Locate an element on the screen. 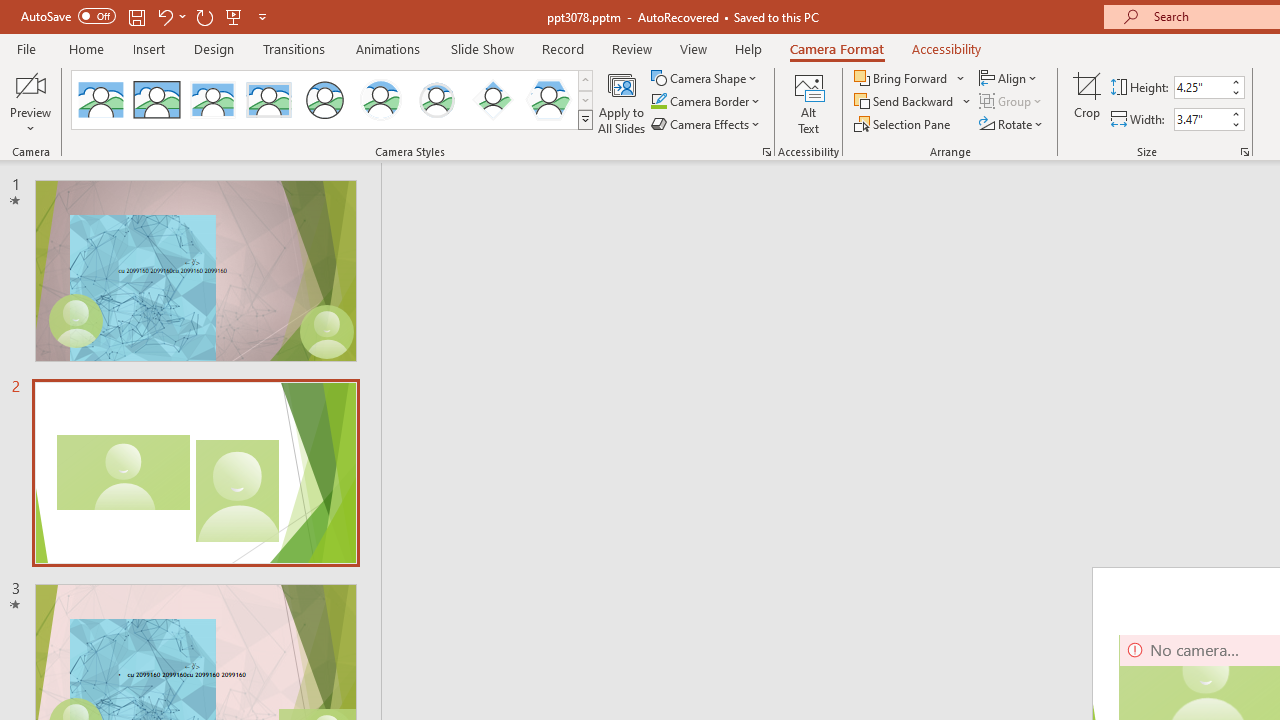 The height and width of the screenshot is (720, 1280). 'Center Shadow Hexagon' is located at coordinates (549, 100).